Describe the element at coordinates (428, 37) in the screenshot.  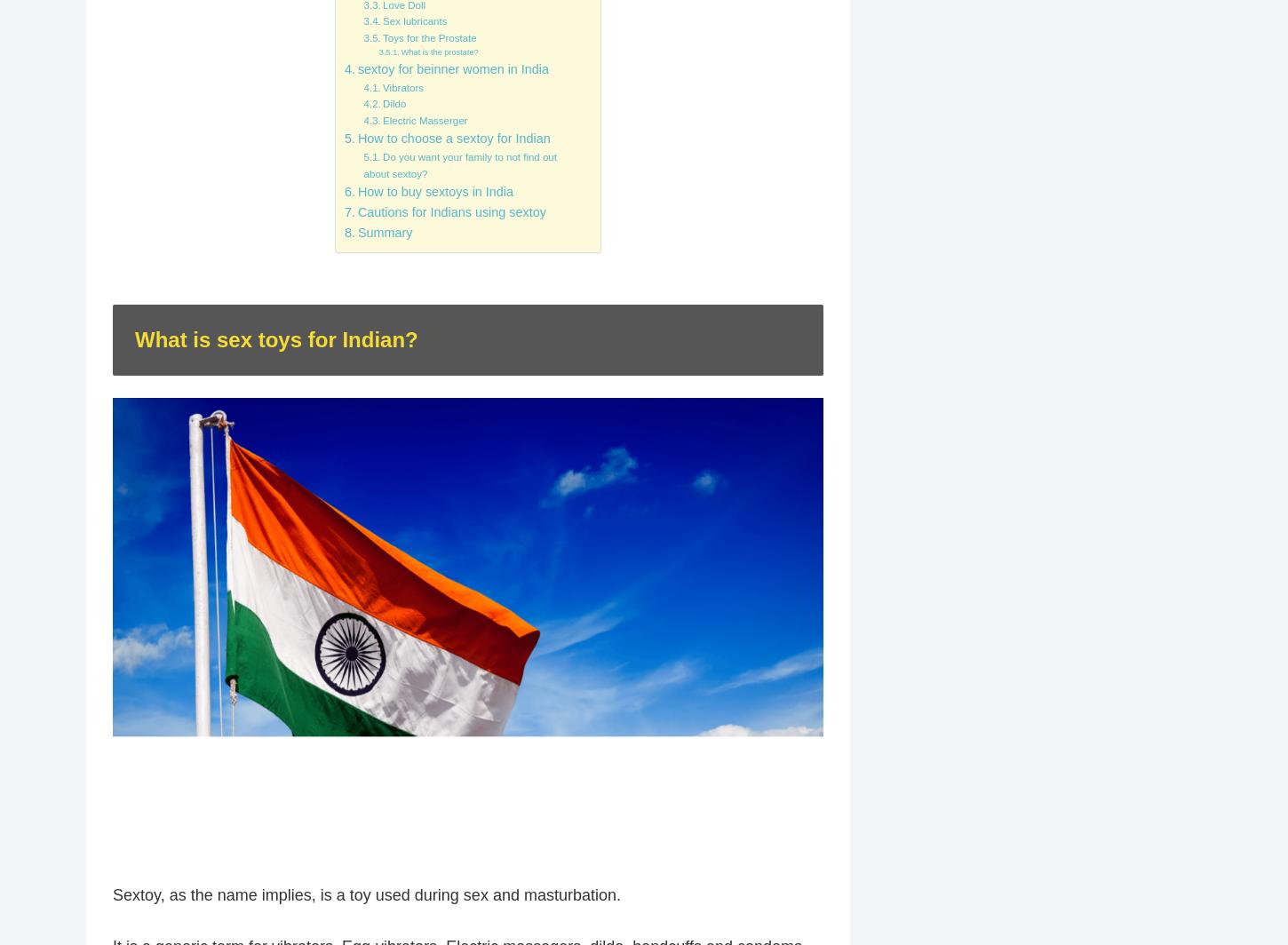
I see `'Toys for the Prostate'` at that location.